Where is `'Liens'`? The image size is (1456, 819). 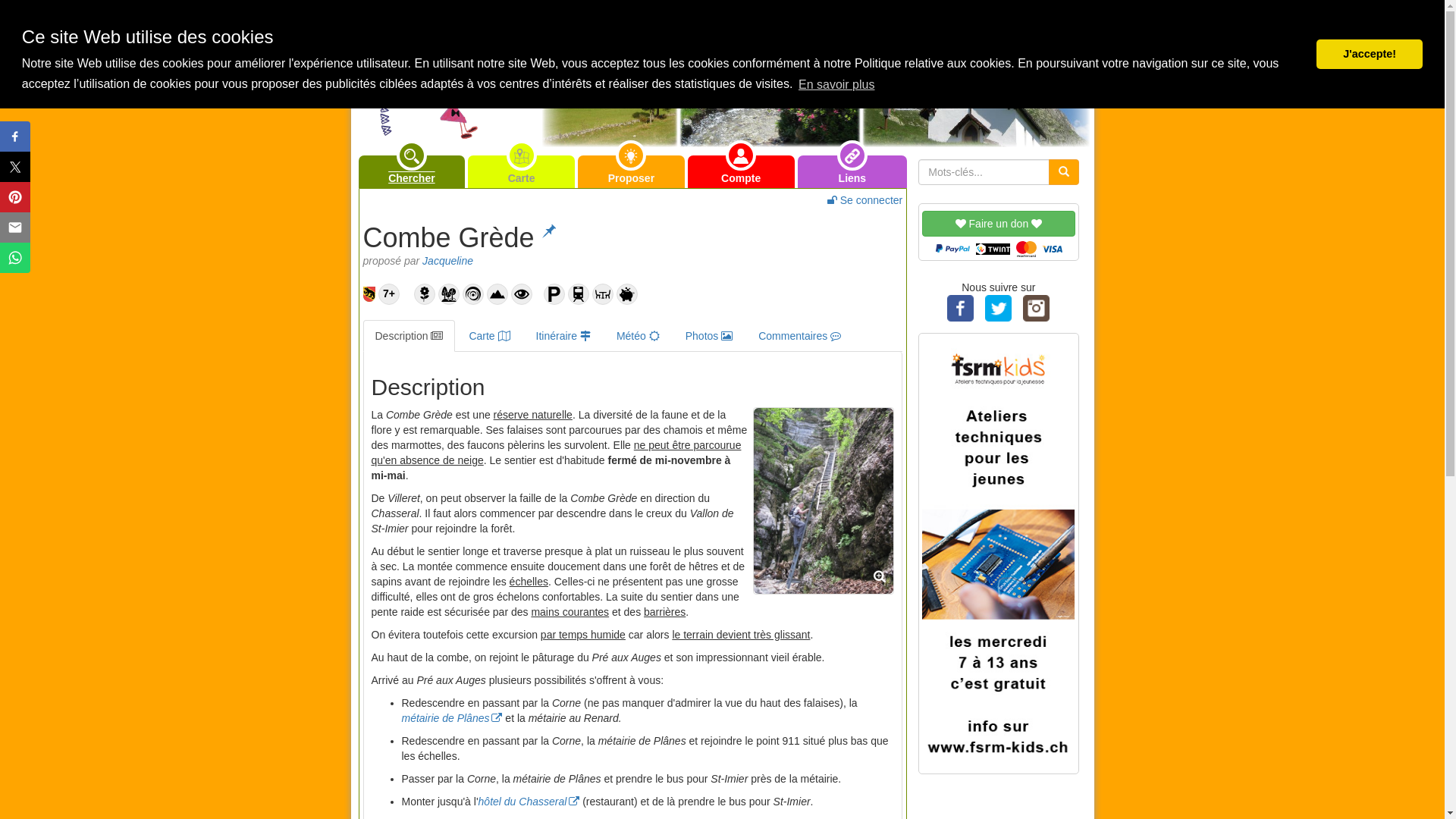
'Liens' is located at coordinates (852, 171).